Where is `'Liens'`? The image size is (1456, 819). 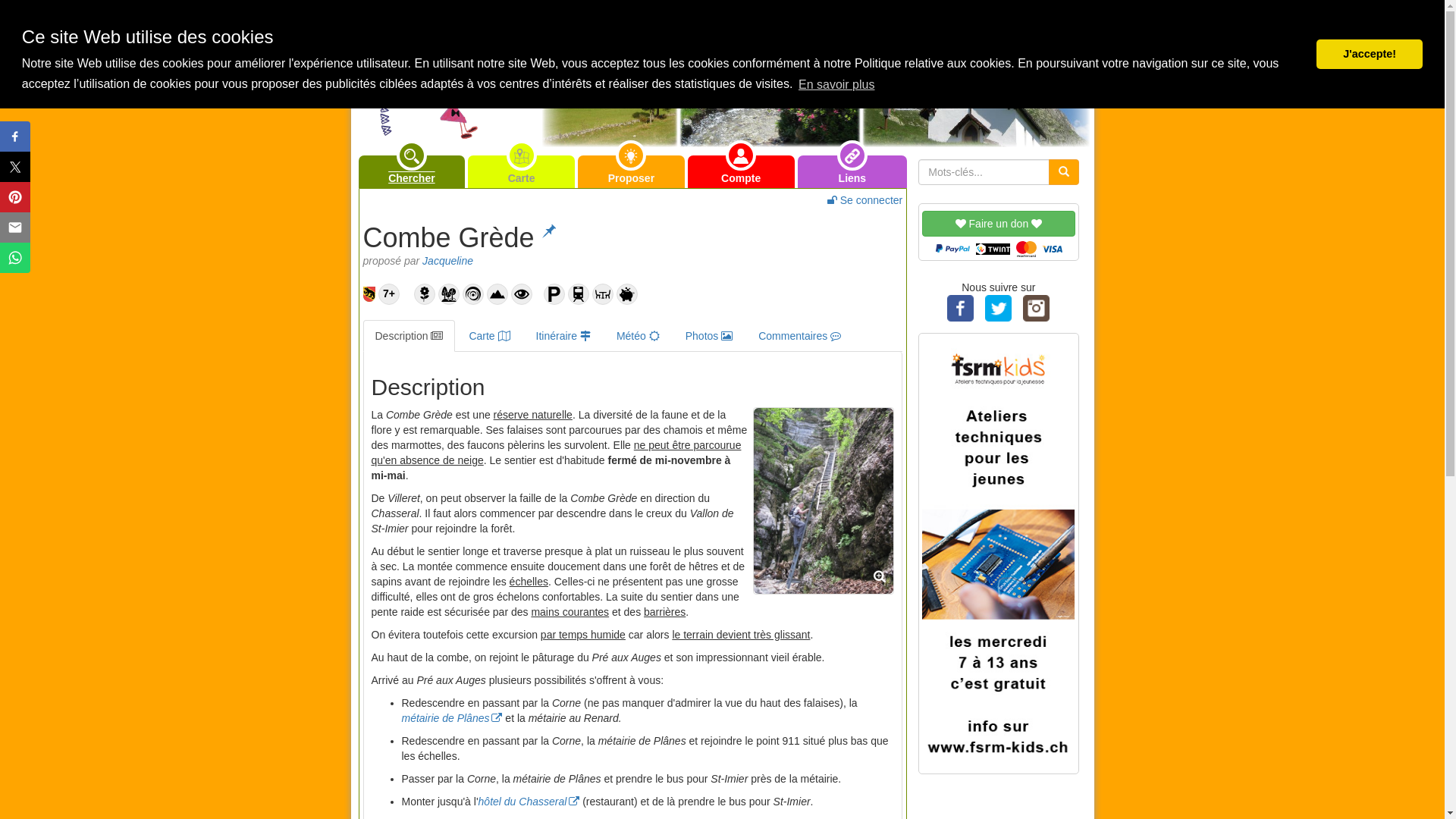
'Liens' is located at coordinates (852, 171).